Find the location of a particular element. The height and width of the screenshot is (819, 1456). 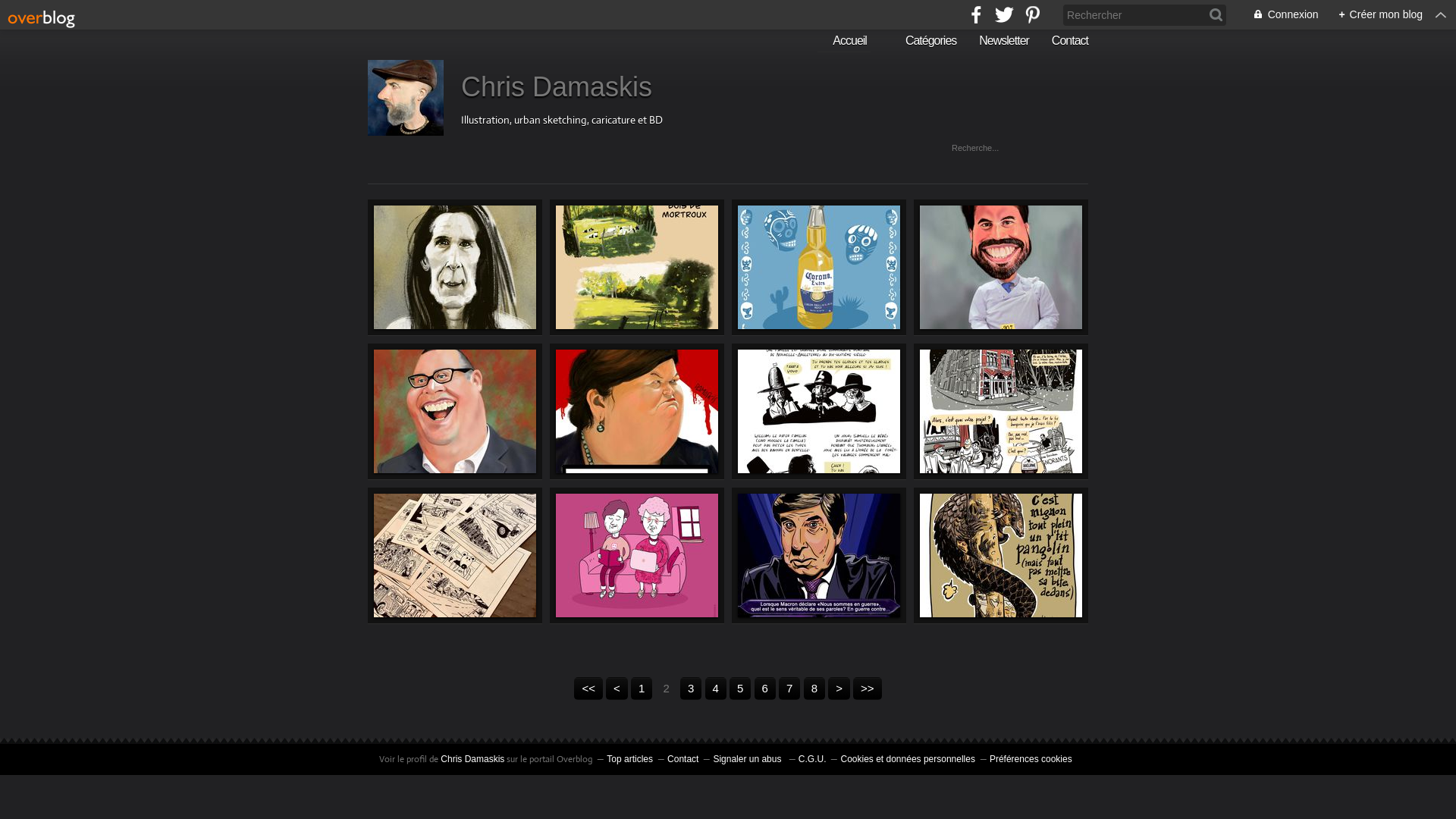

'7' is located at coordinates (789, 688).